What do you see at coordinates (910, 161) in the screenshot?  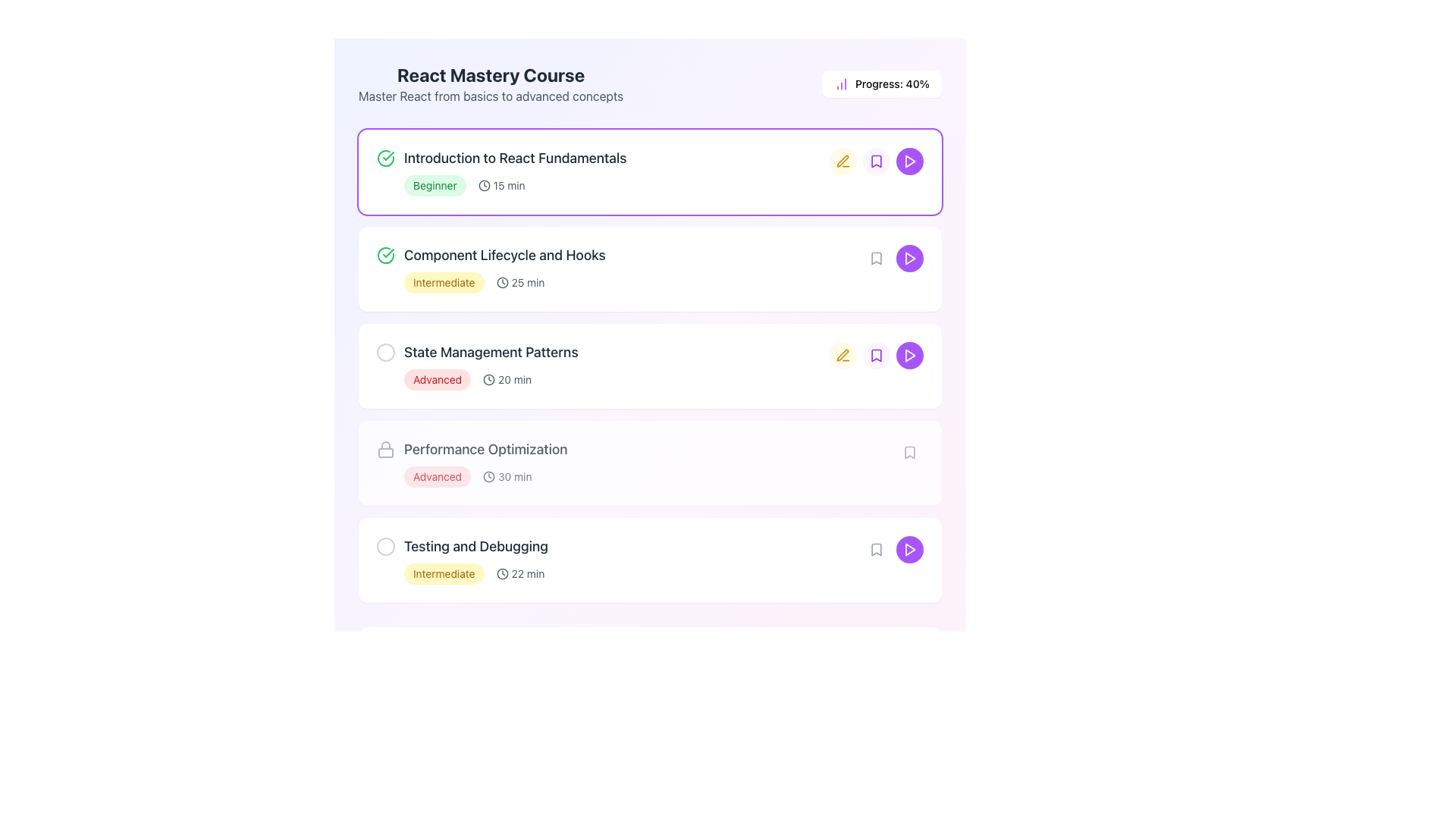 I see `the play button icon, which is a triangle pointing right within a circular purple background, located at the rightmost edge of the learning item 'Introduction to React Fundamentals'` at bounding box center [910, 161].